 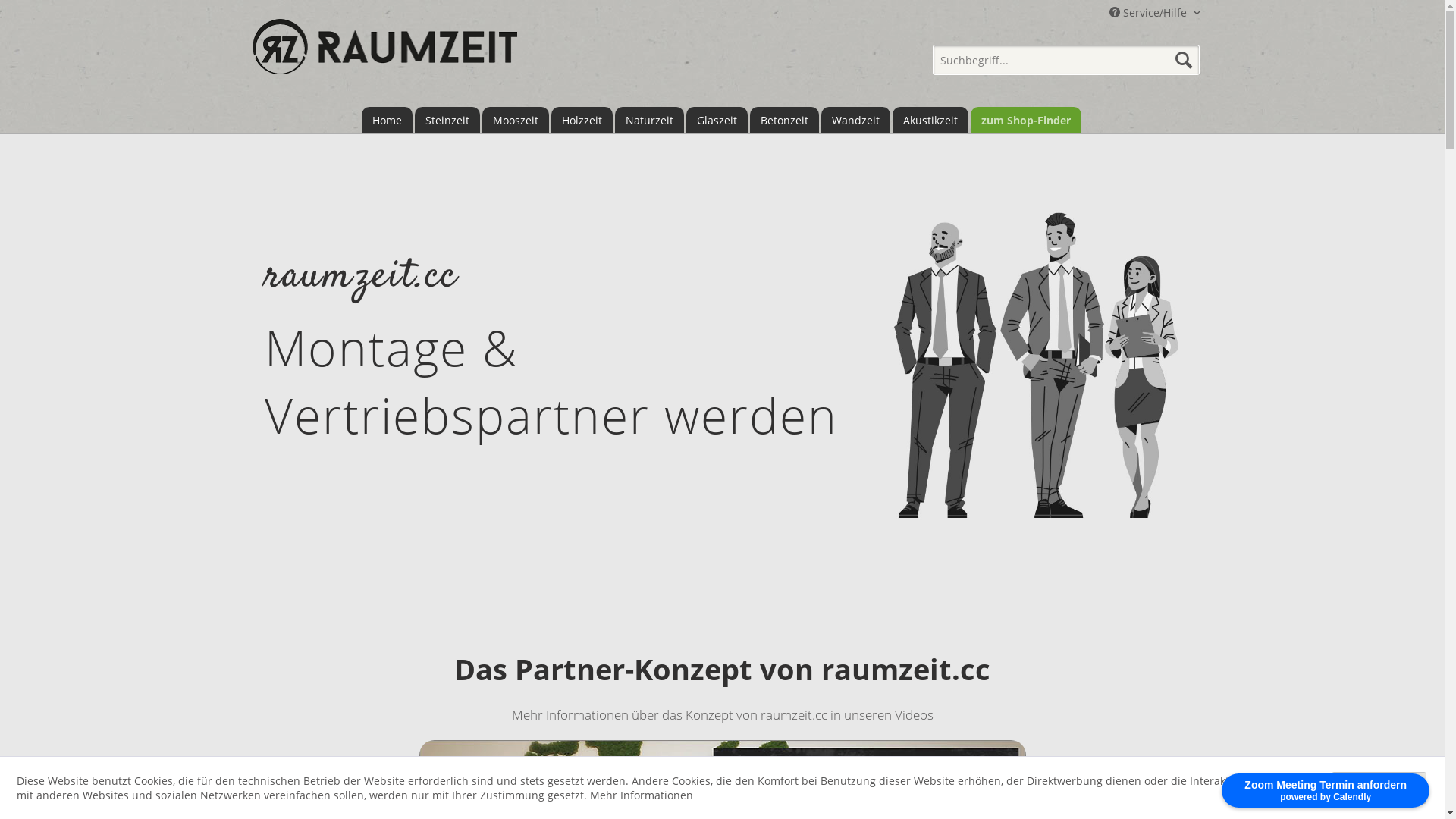 I want to click on 'Home', so click(x=386, y=119).